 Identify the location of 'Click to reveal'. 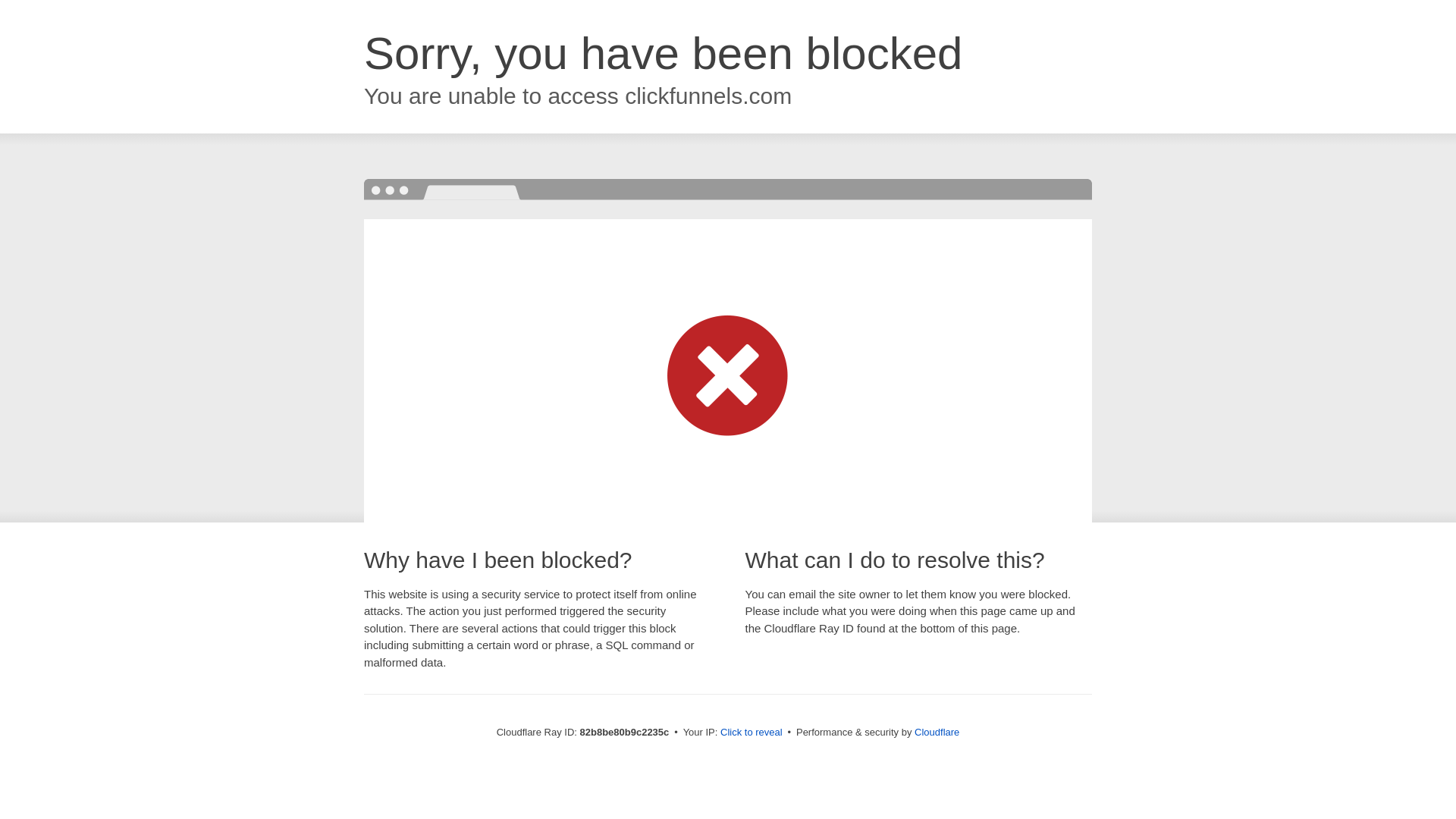
(751, 731).